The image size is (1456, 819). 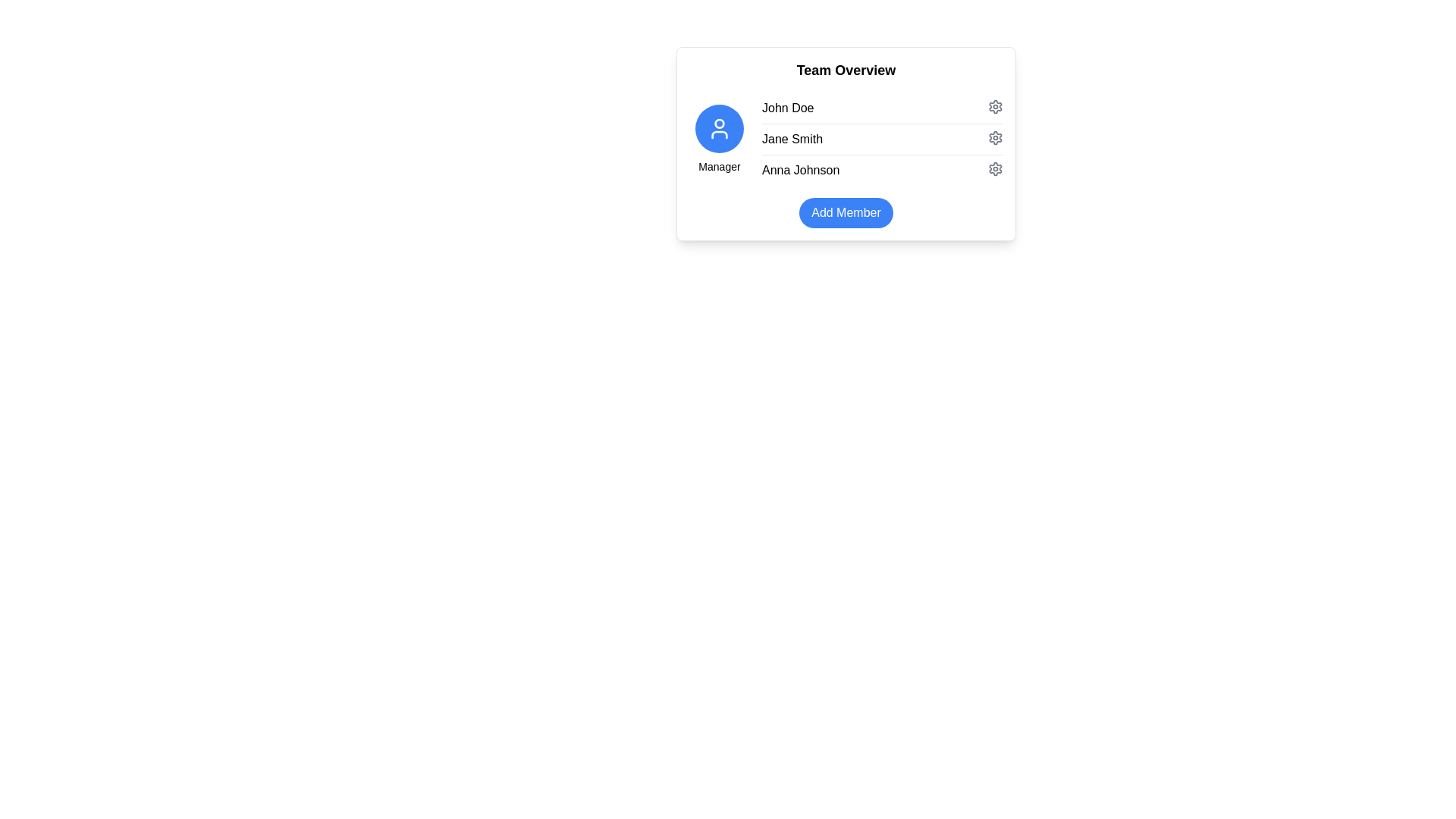 What do you see at coordinates (882, 139) in the screenshot?
I see `the list item displaying 'Jane Smith', which is the second item in the vertical list, located between 'John Doe' and 'Anna Johnson'` at bounding box center [882, 139].